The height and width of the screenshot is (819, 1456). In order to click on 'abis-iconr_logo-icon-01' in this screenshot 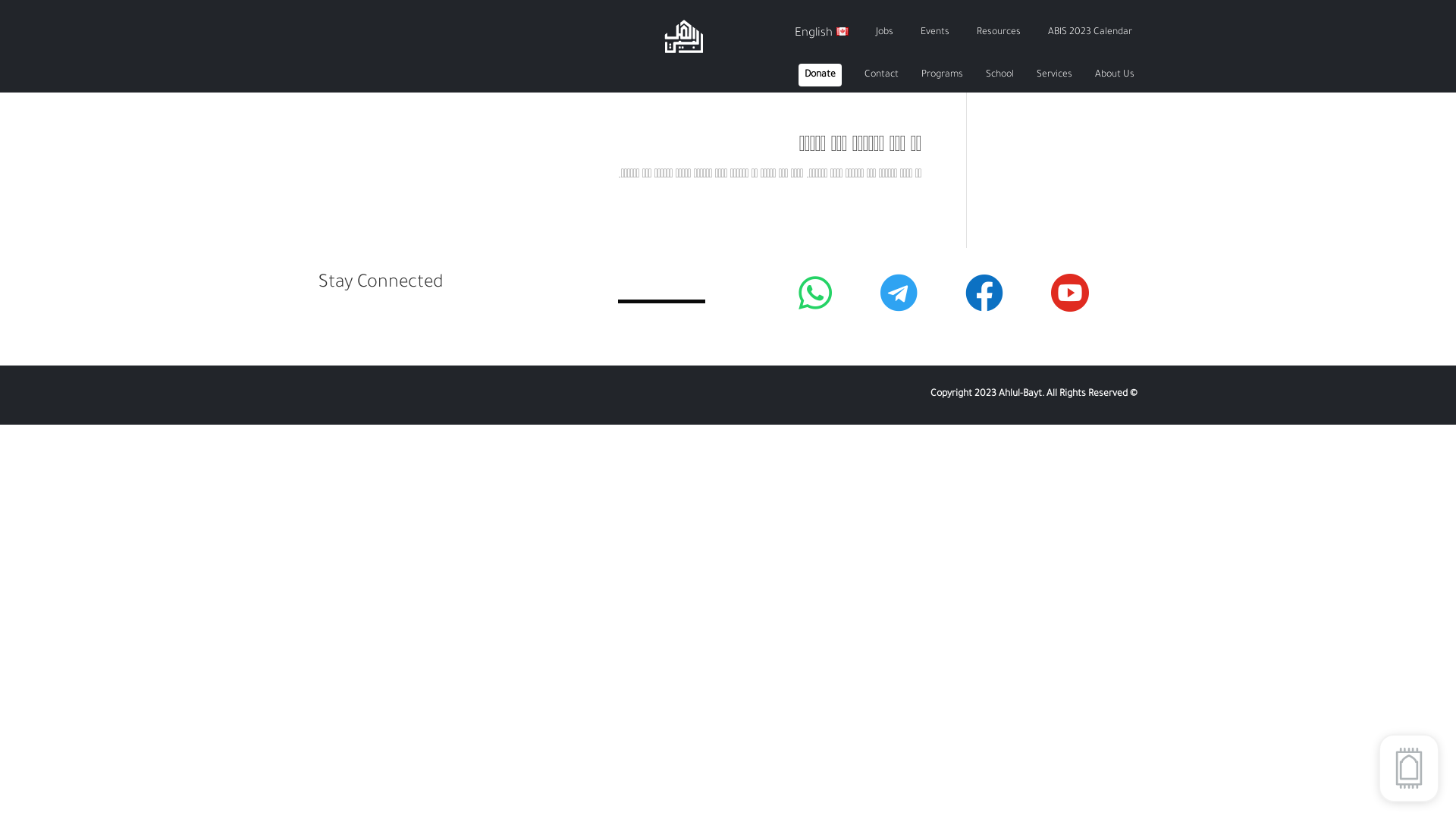, I will do `click(662, 35)`.